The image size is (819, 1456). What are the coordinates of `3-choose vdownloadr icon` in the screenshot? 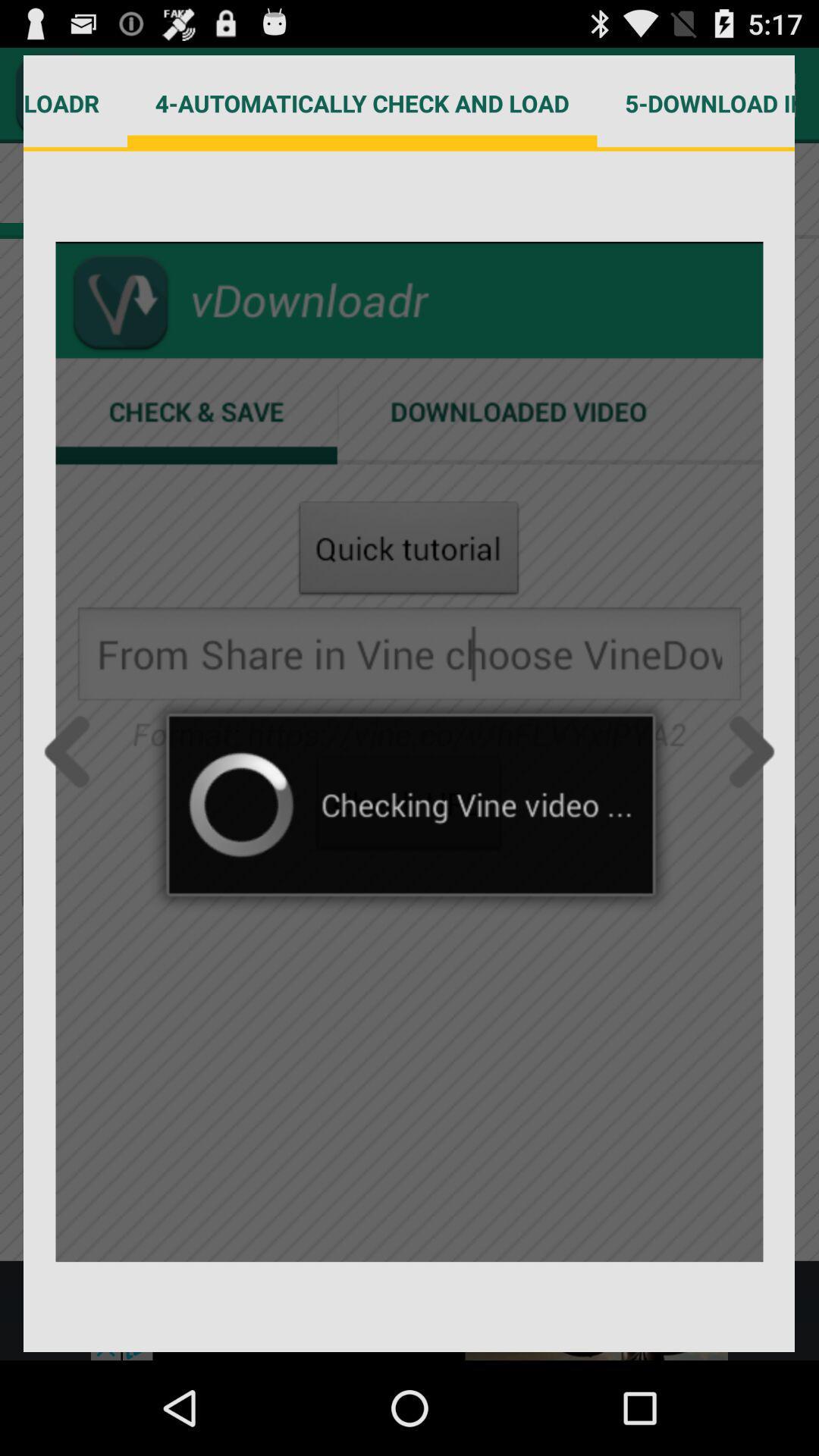 It's located at (75, 102).